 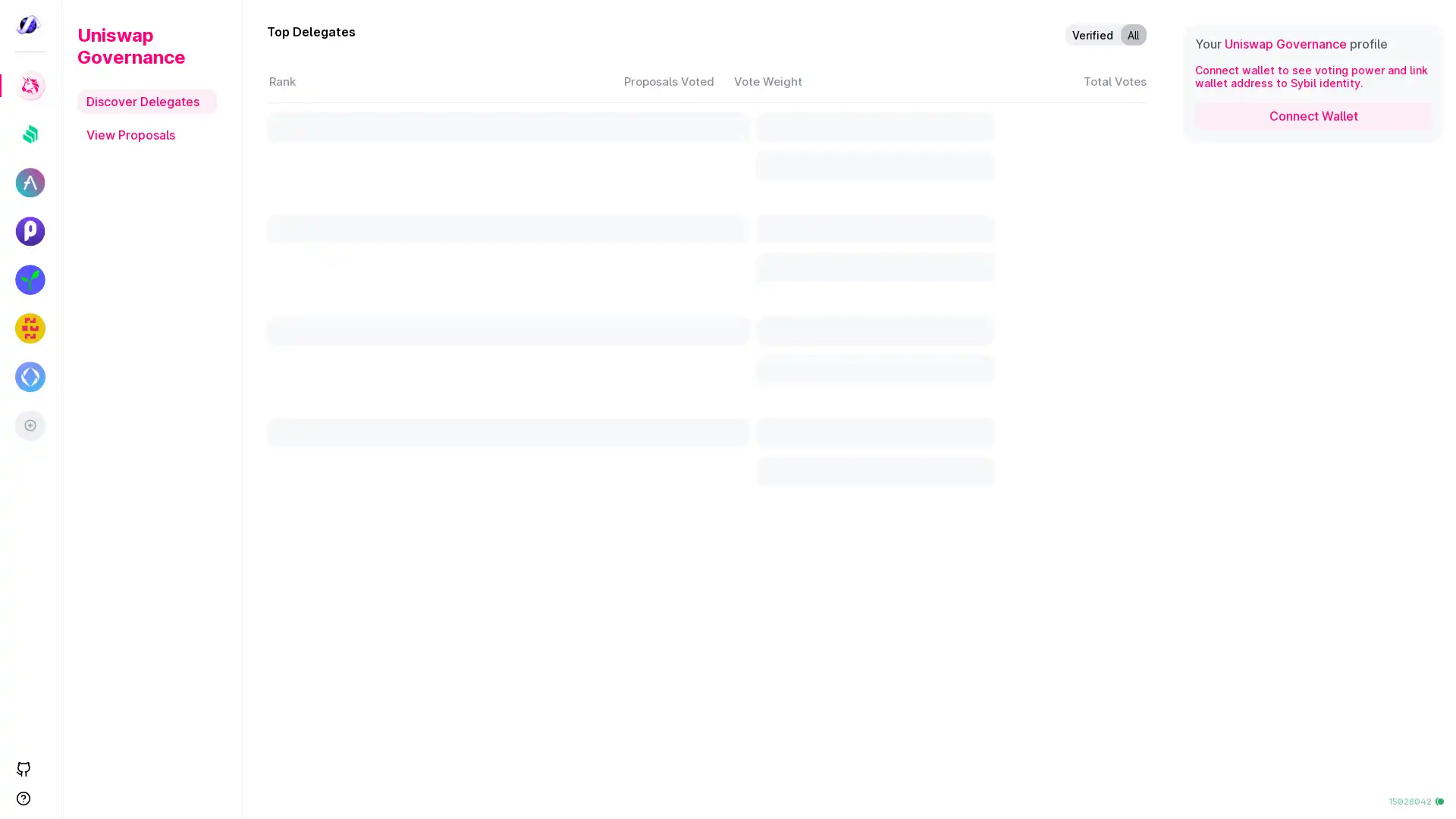 What do you see at coordinates (1313, 115) in the screenshot?
I see `Connect Wallet` at bounding box center [1313, 115].